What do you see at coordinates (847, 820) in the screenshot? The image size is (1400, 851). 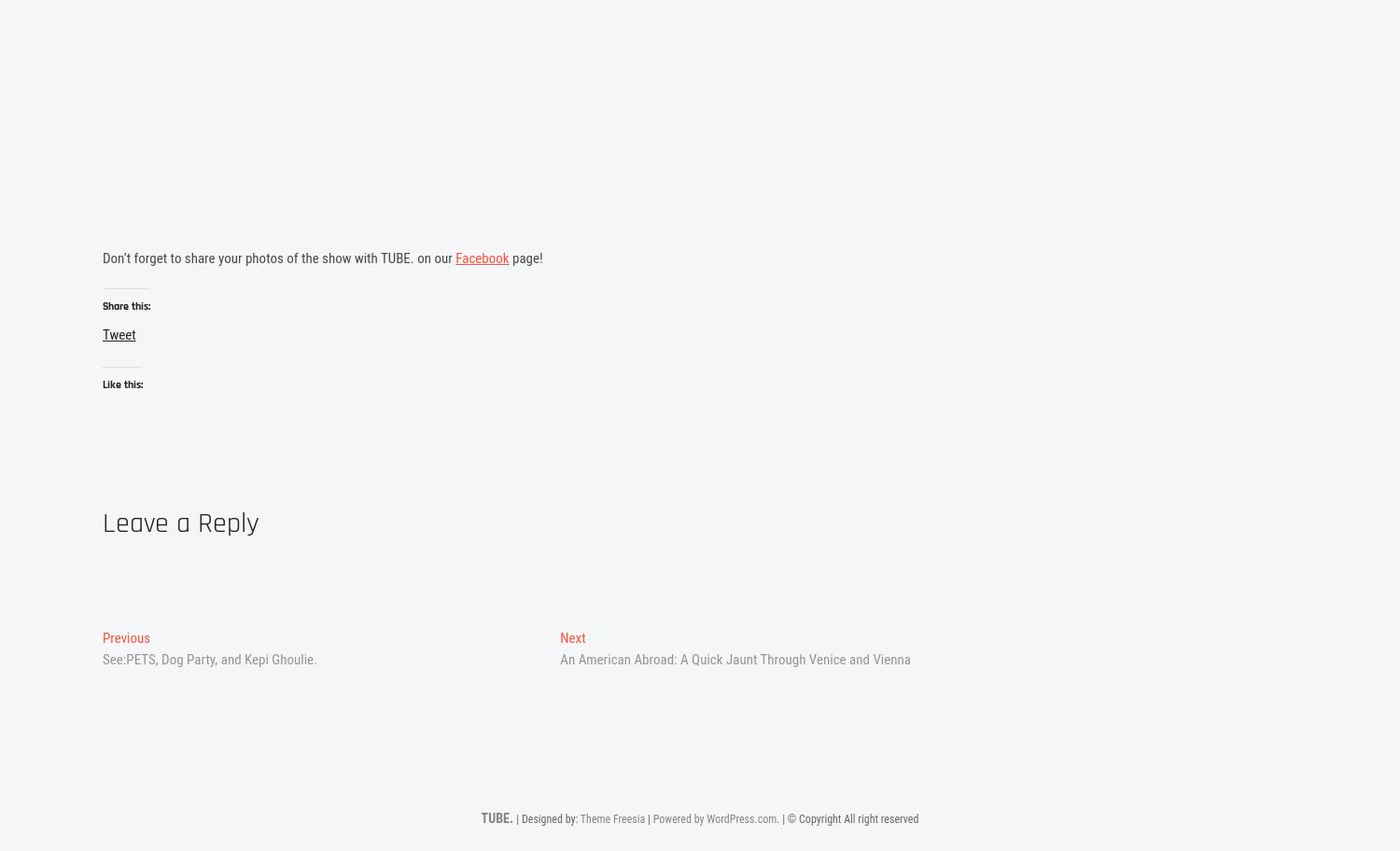 I see `'. | © Copyright All right reserved'` at bounding box center [847, 820].